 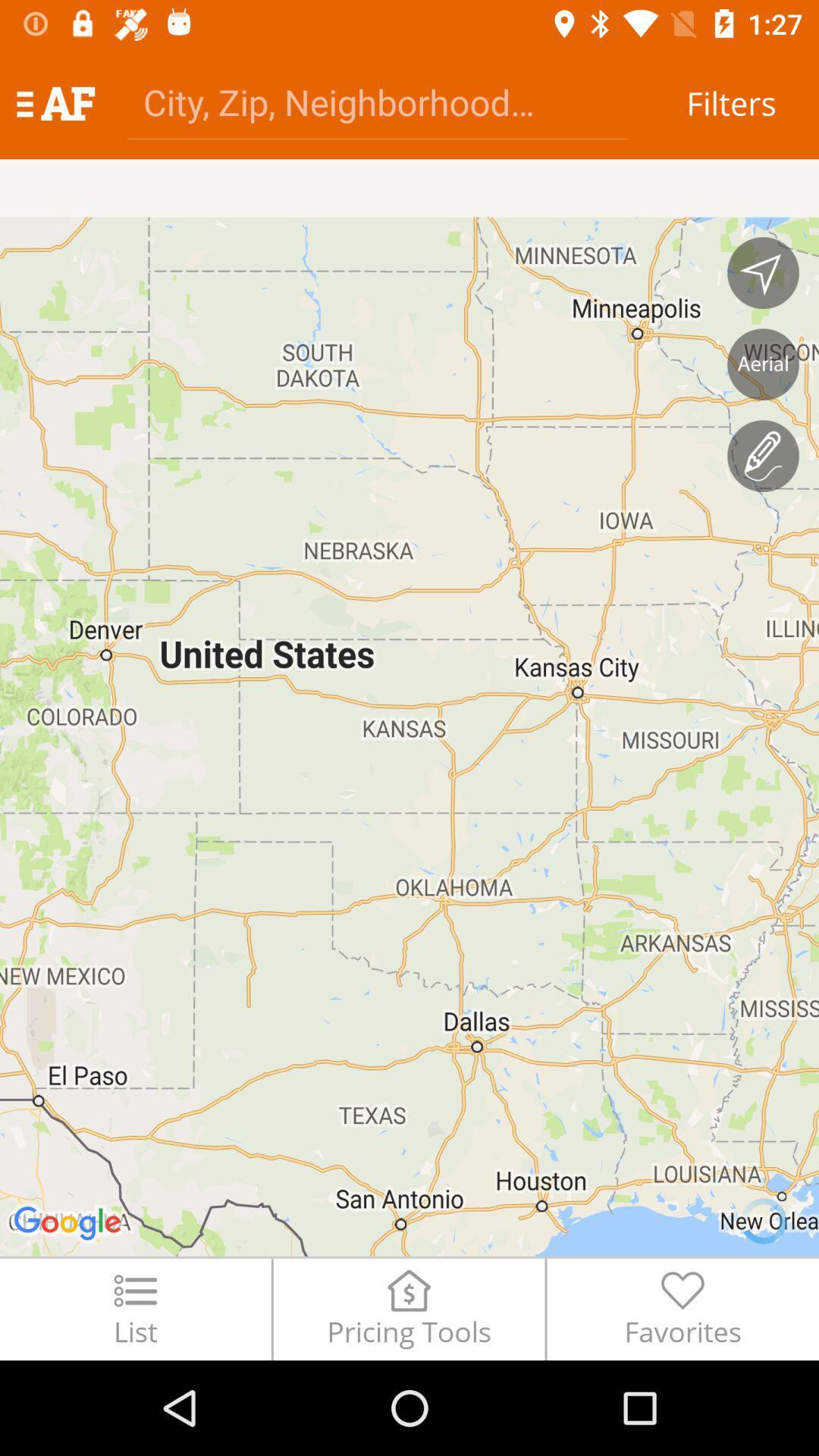 What do you see at coordinates (376, 101) in the screenshot?
I see `search textbox` at bounding box center [376, 101].